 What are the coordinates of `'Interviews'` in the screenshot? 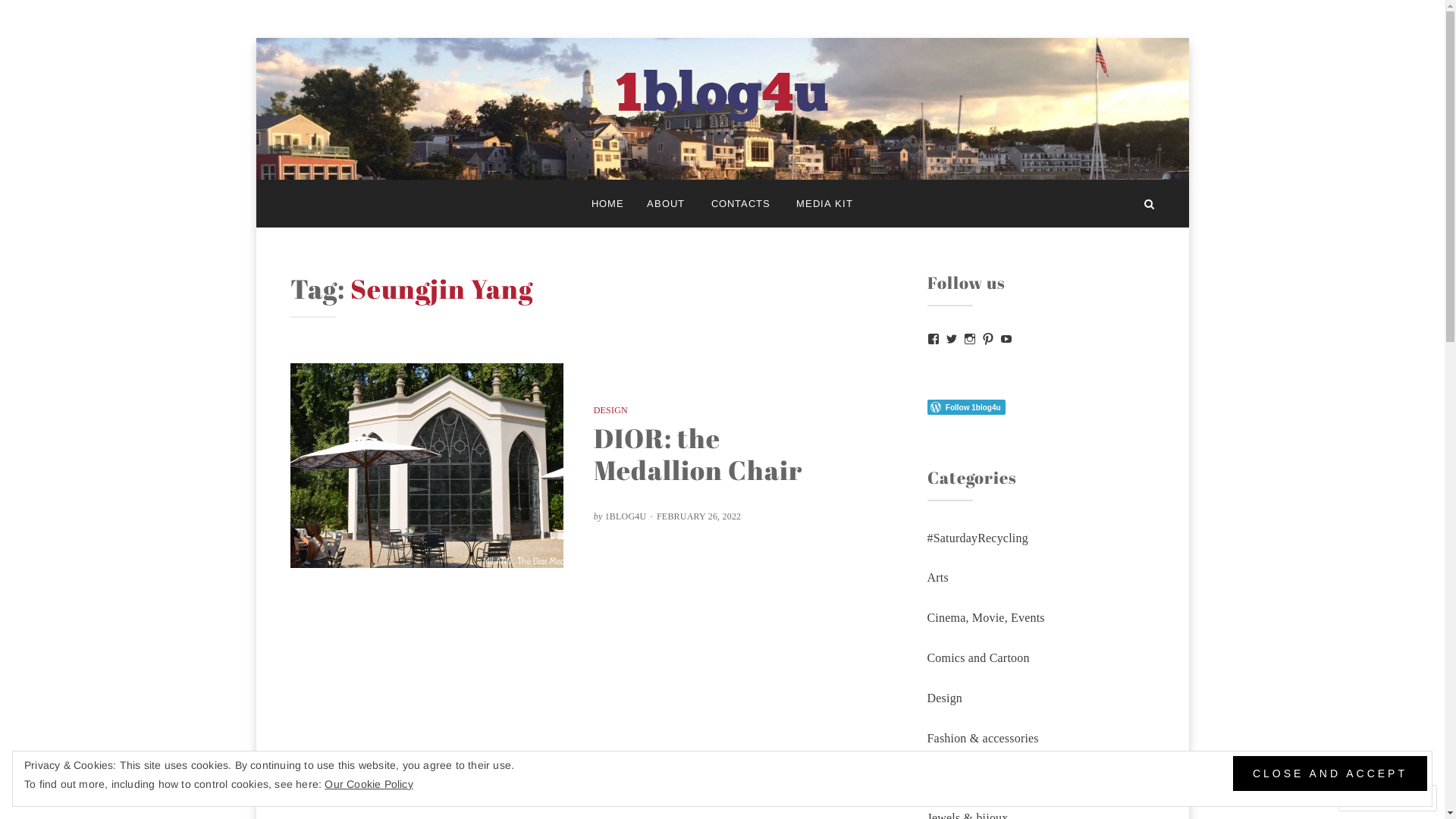 It's located at (952, 777).